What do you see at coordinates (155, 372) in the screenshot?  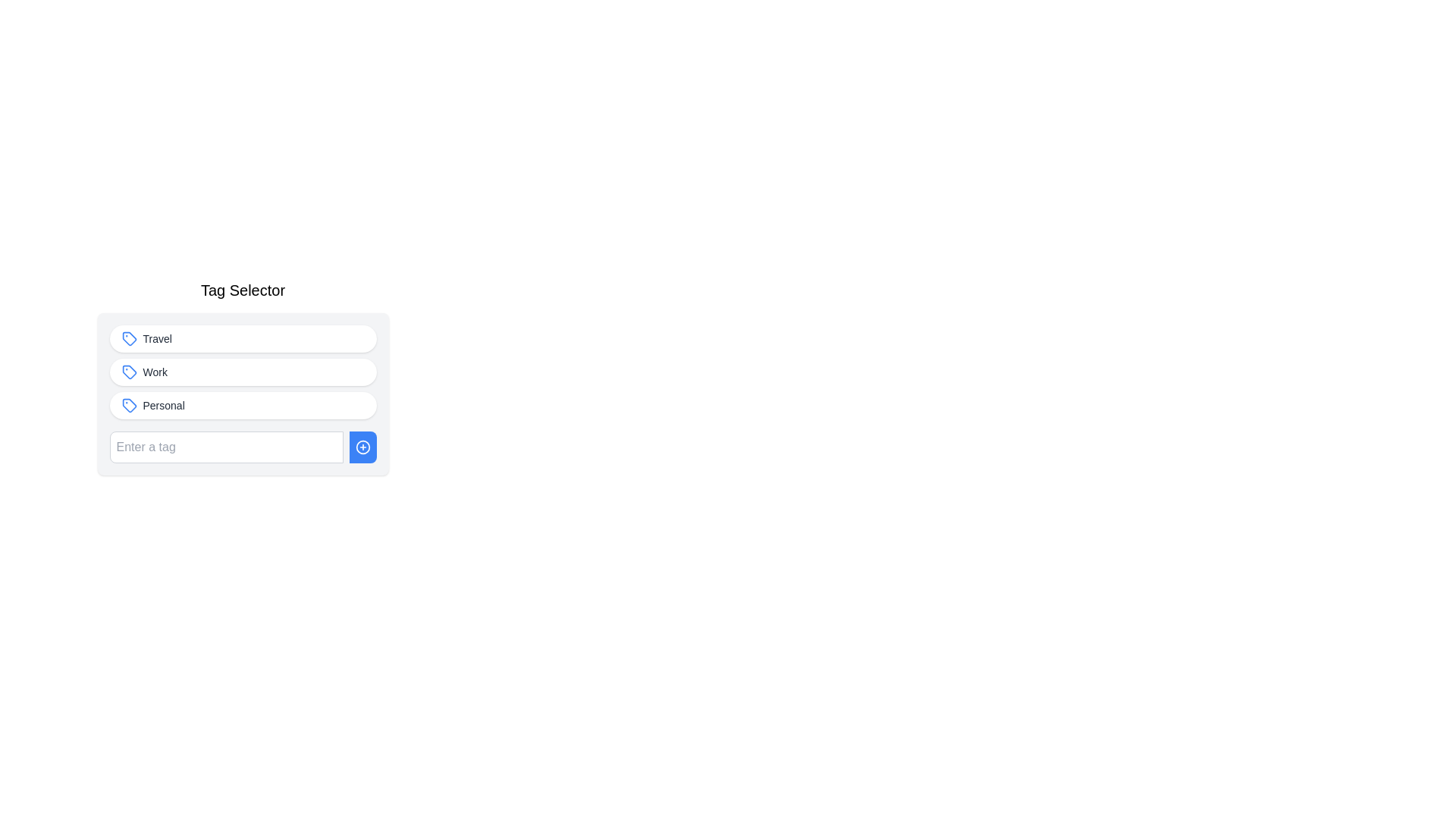 I see `the 'Work' label, which is the second button in a vertical list of three buttons` at bounding box center [155, 372].